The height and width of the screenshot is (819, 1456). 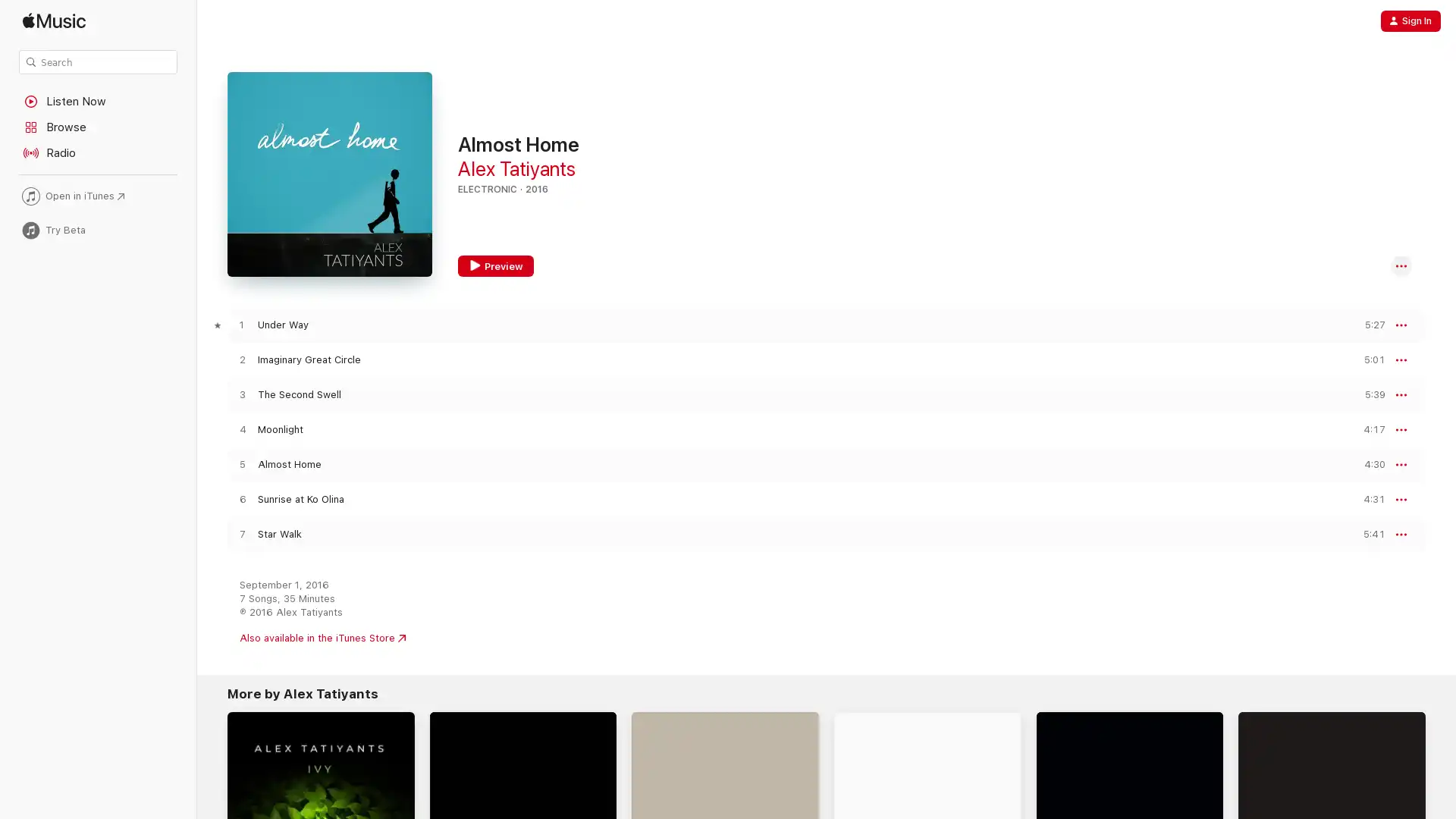 What do you see at coordinates (241, 359) in the screenshot?
I see `Play` at bounding box center [241, 359].